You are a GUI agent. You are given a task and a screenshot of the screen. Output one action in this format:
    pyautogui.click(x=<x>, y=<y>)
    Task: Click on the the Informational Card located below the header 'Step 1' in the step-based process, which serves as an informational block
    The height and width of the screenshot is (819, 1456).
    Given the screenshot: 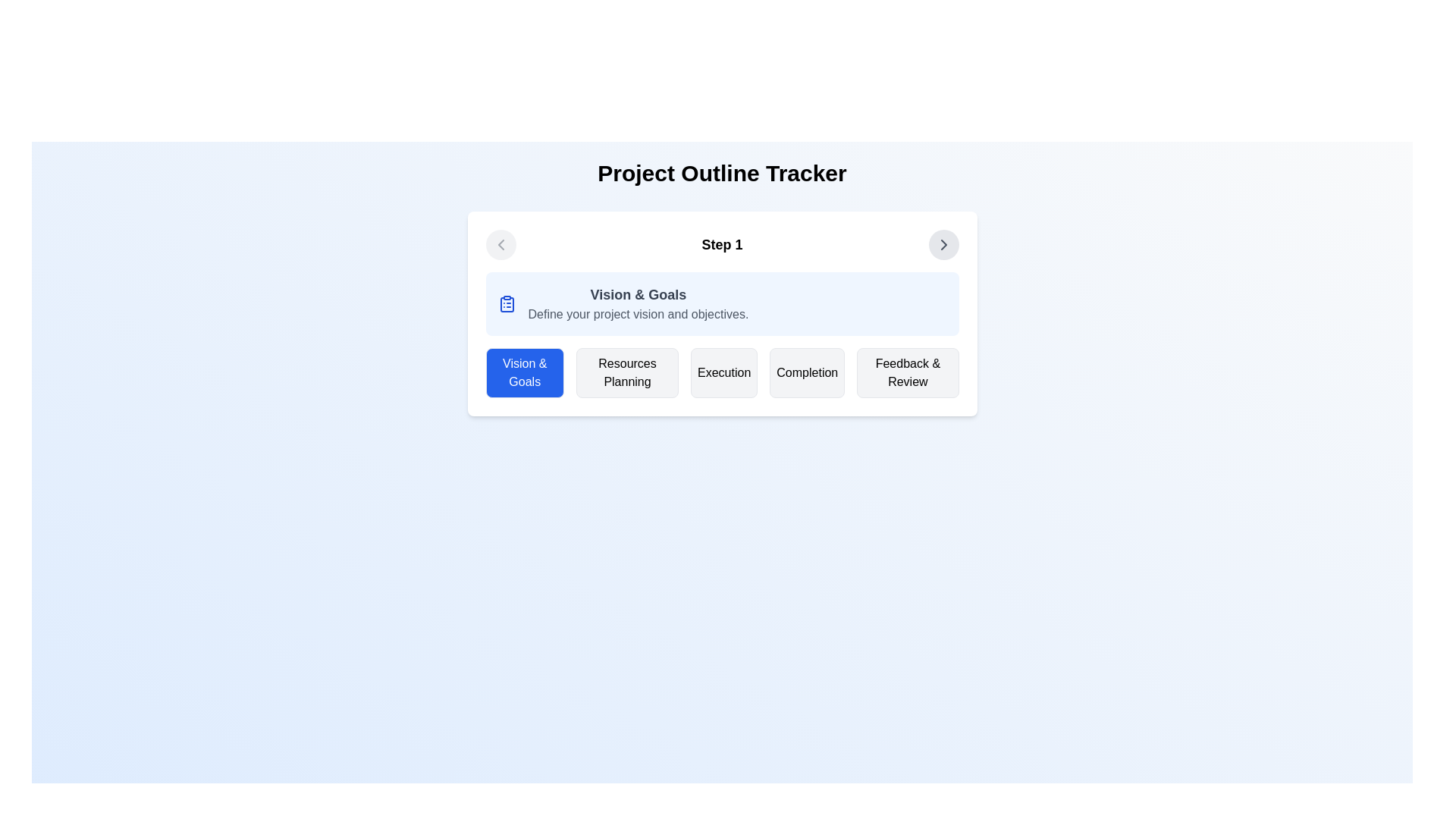 What is the action you would take?
    pyautogui.click(x=721, y=304)
    